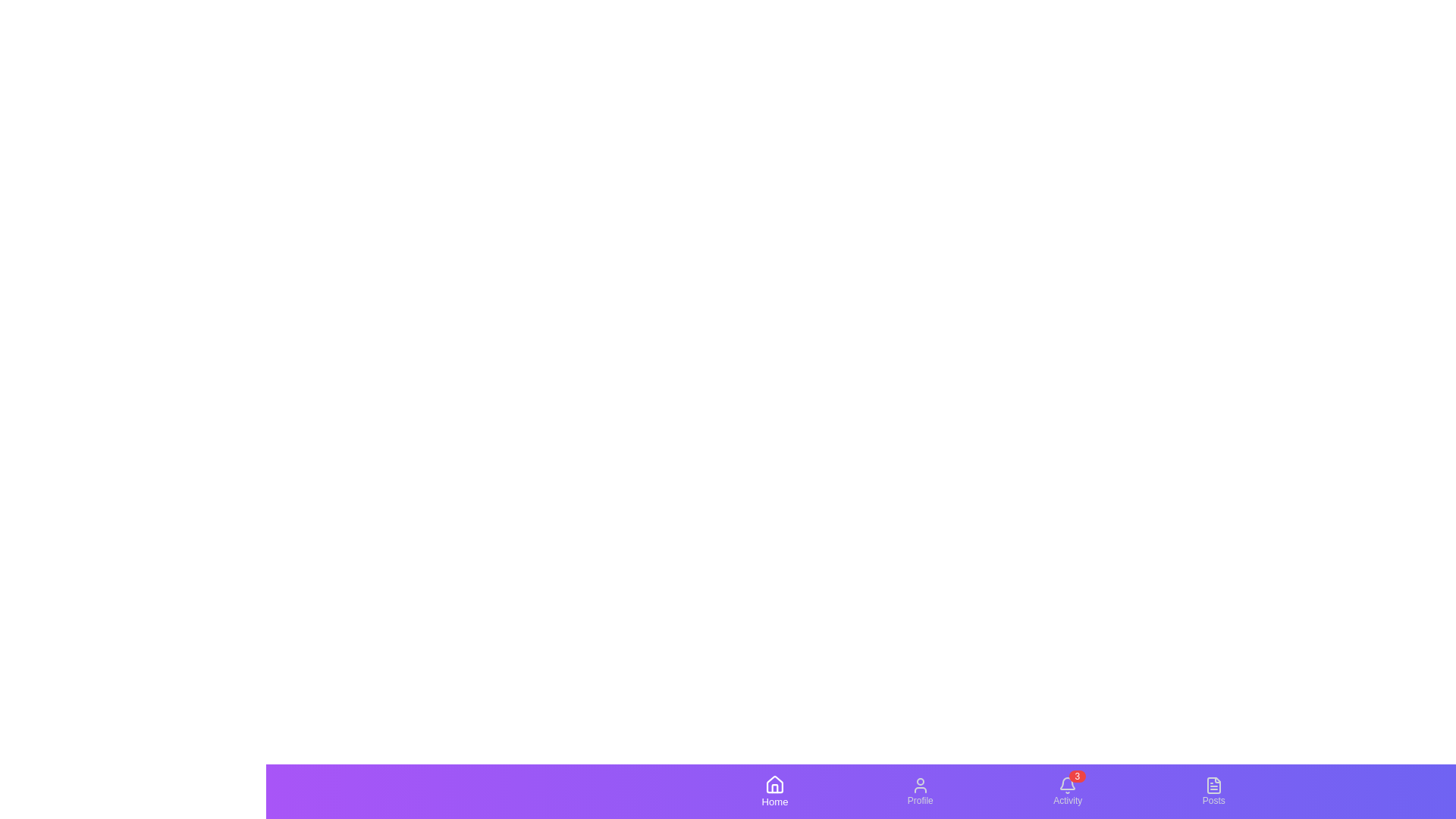  What do you see at coordinates (919, 791) in the screenshot?
I see `the tab labeled Profile to observe its visual feedback` at bounding box center [919, 791].